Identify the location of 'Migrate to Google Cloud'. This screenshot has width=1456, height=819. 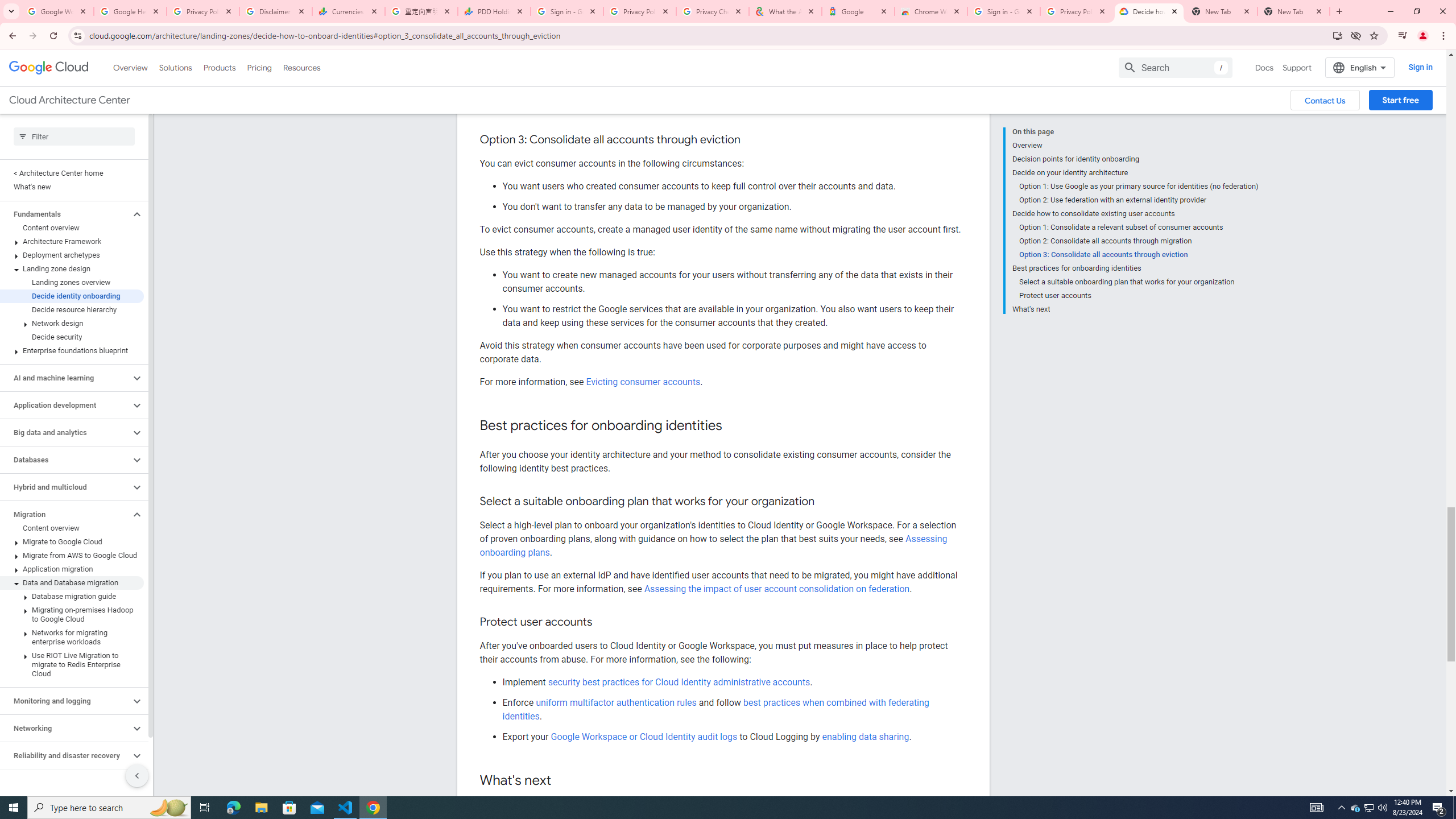
(72, 541).